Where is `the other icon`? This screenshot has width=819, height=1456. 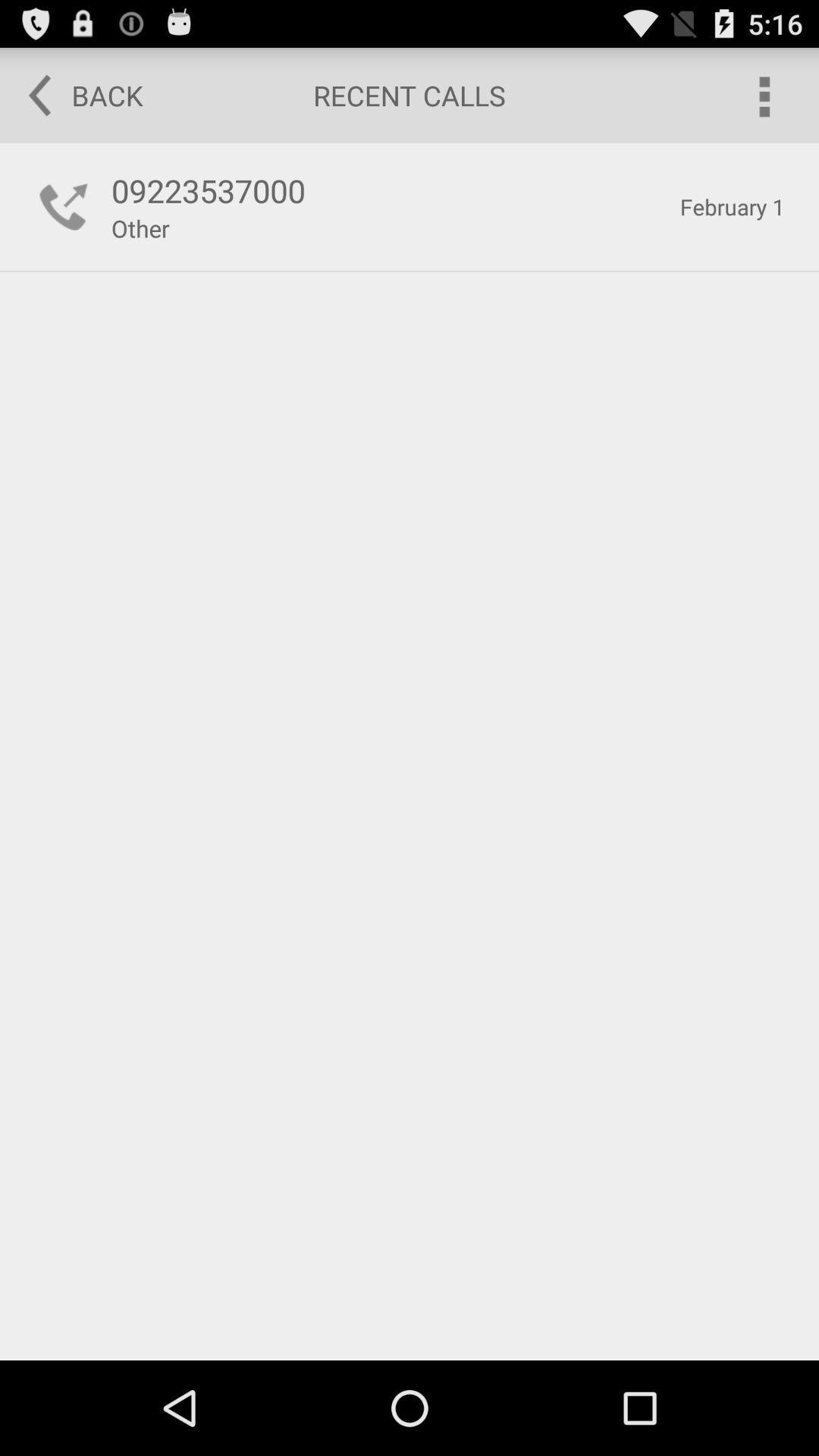 the other icon is located at coordinates (140, 227).